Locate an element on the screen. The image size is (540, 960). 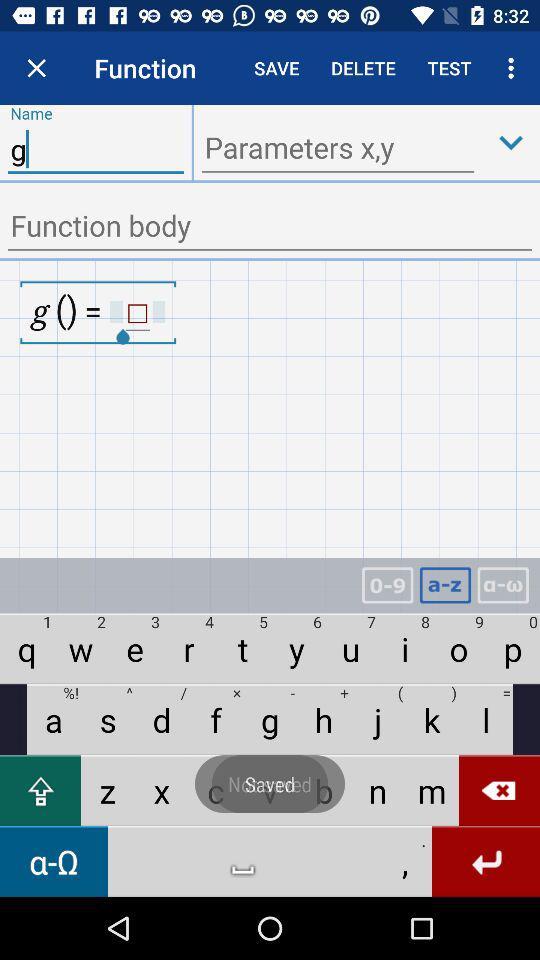
change alphabet is located at coordinates (502, 585).